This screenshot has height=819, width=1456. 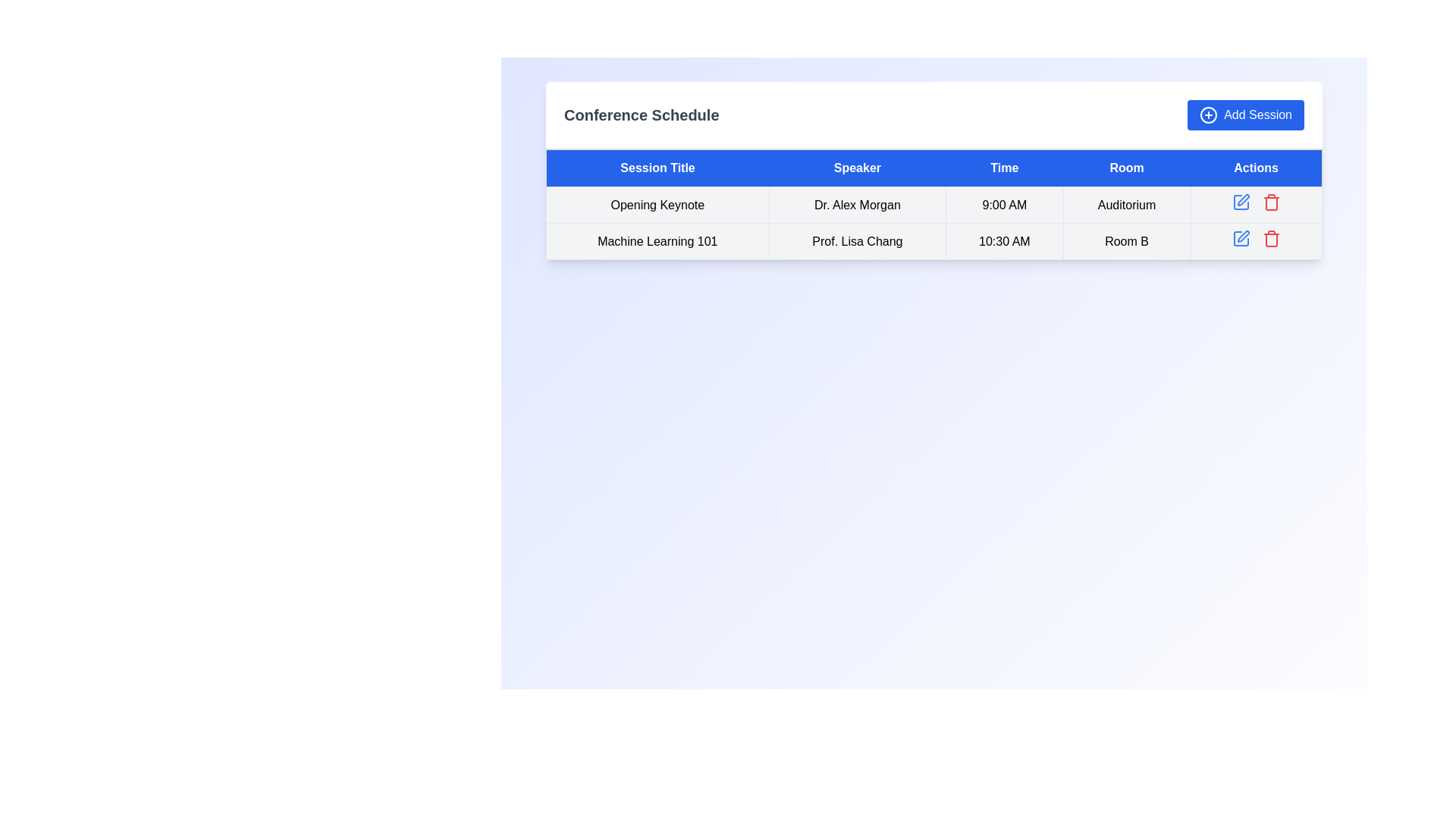 I want to click on the blue rounded button labeled 'Add Session' located in the upper right corner of the 'Conference Schedule' section, so click(x=1246, y=114).